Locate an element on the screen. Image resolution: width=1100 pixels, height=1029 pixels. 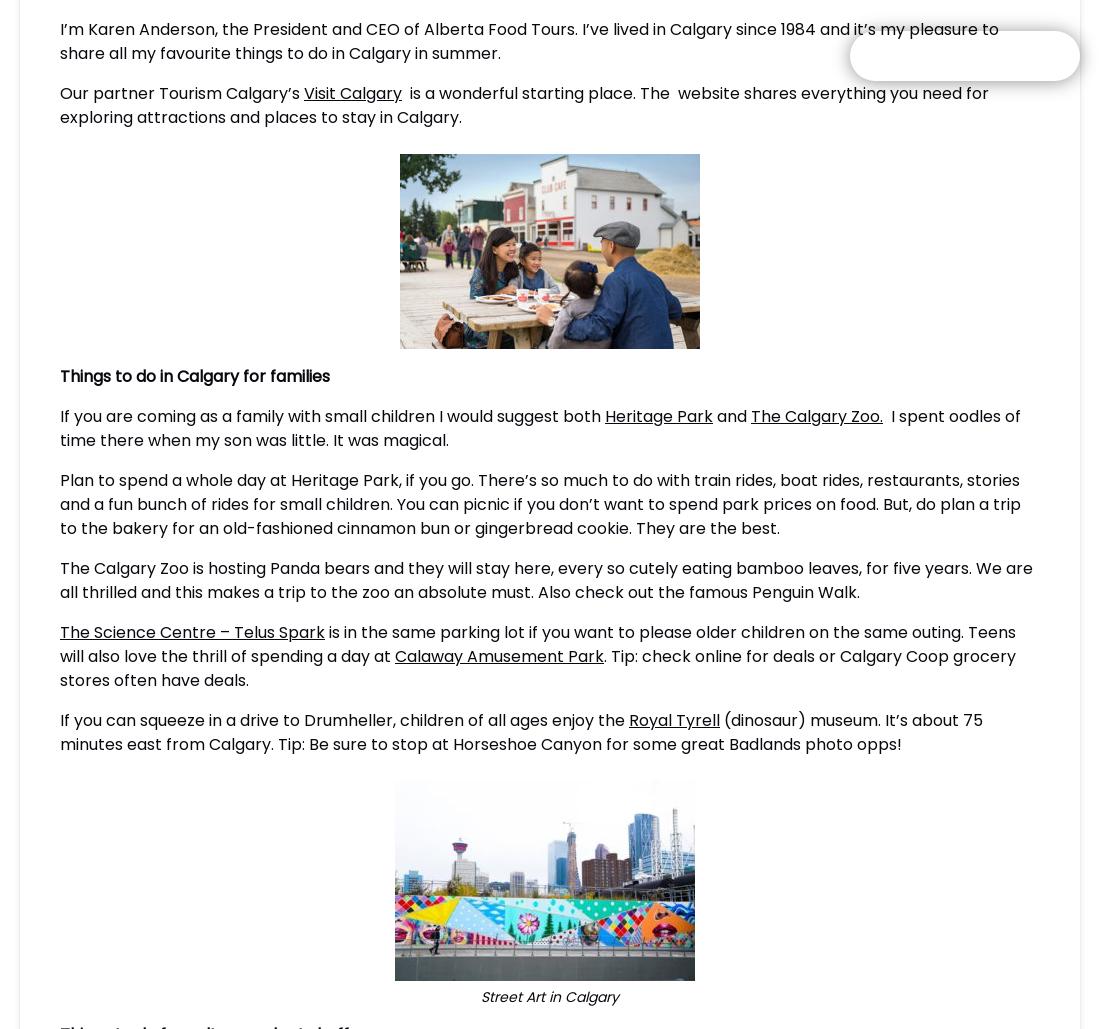
'If you can squeeze in a drive to Drumheller, children of all ages enjoy the' is located at coordinates (343, 719).